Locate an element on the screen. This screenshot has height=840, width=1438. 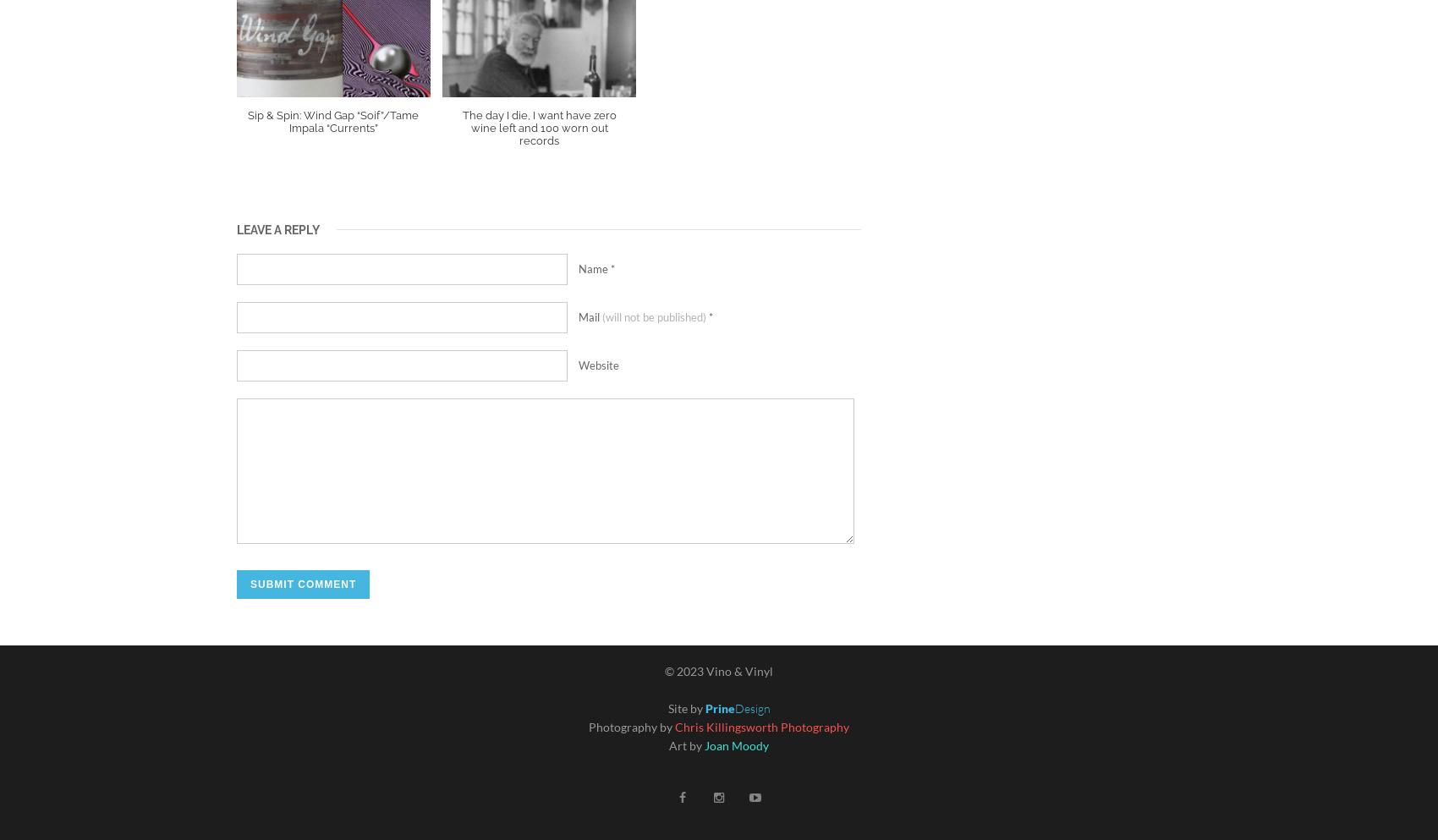
'The day I die, I want have zero wine left and 100 worn out records' is located at coordinates (461, 128).